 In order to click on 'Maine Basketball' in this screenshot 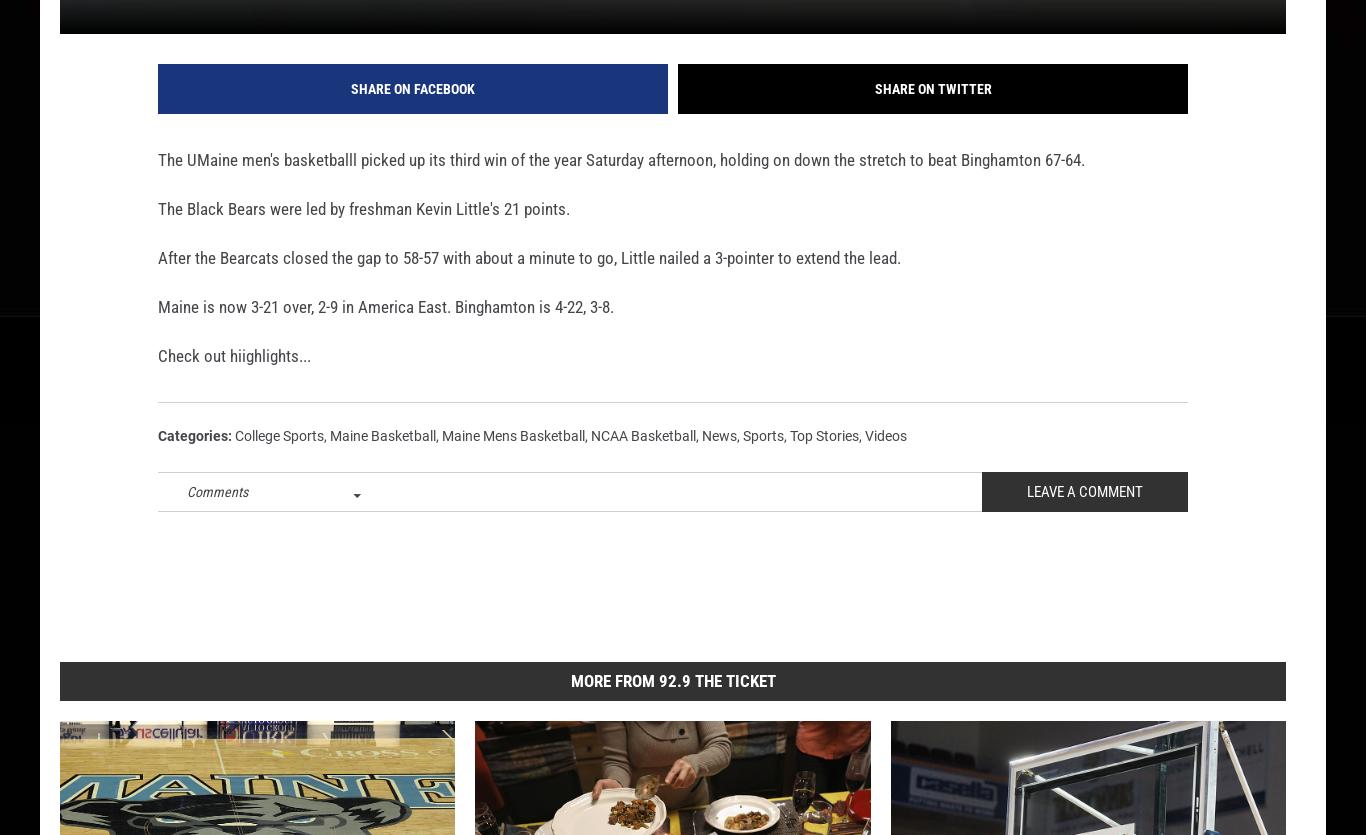, I will do `click(330, 467)`.